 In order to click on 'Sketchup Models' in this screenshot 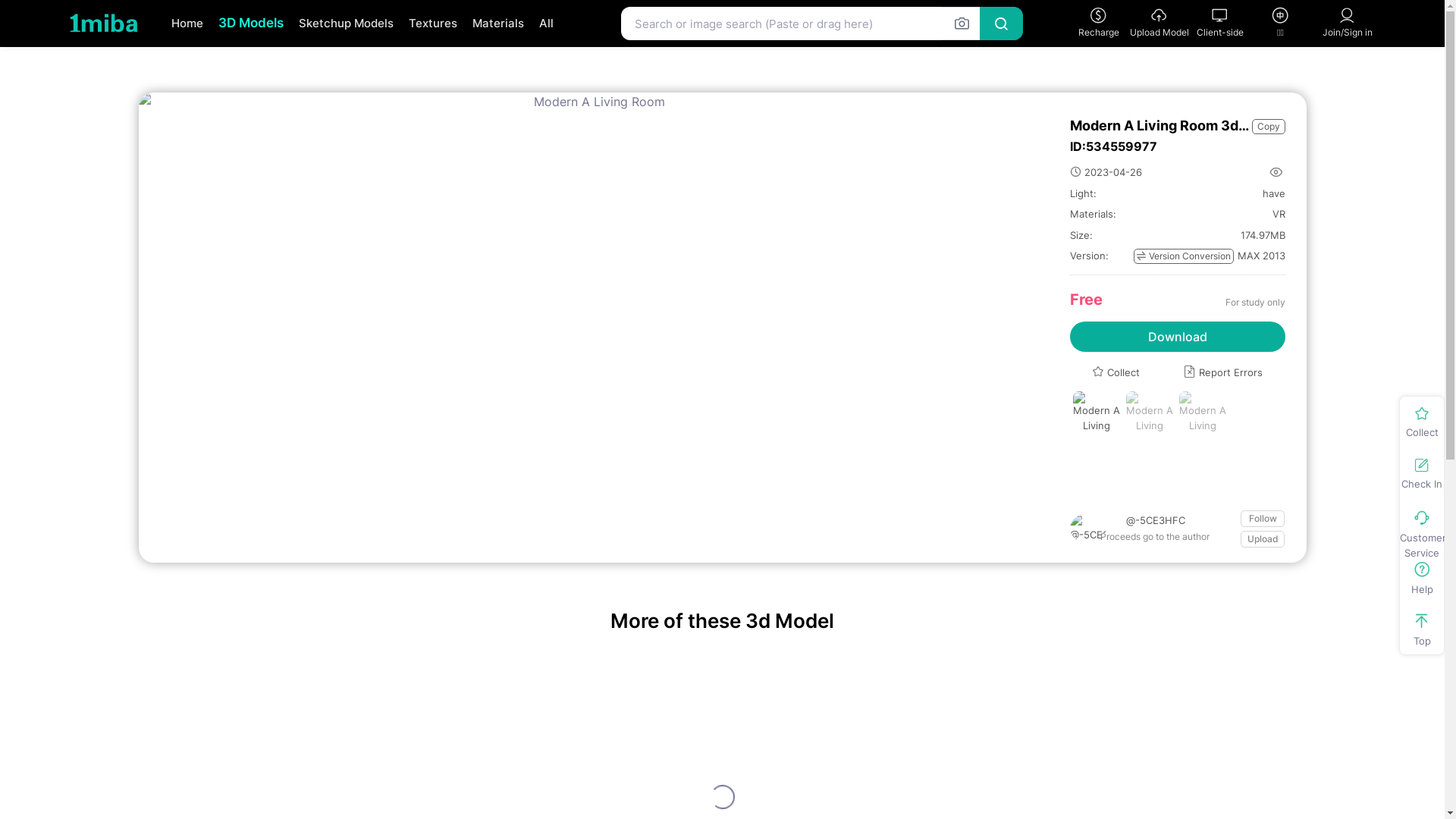, I will do `click(345, 24)`.